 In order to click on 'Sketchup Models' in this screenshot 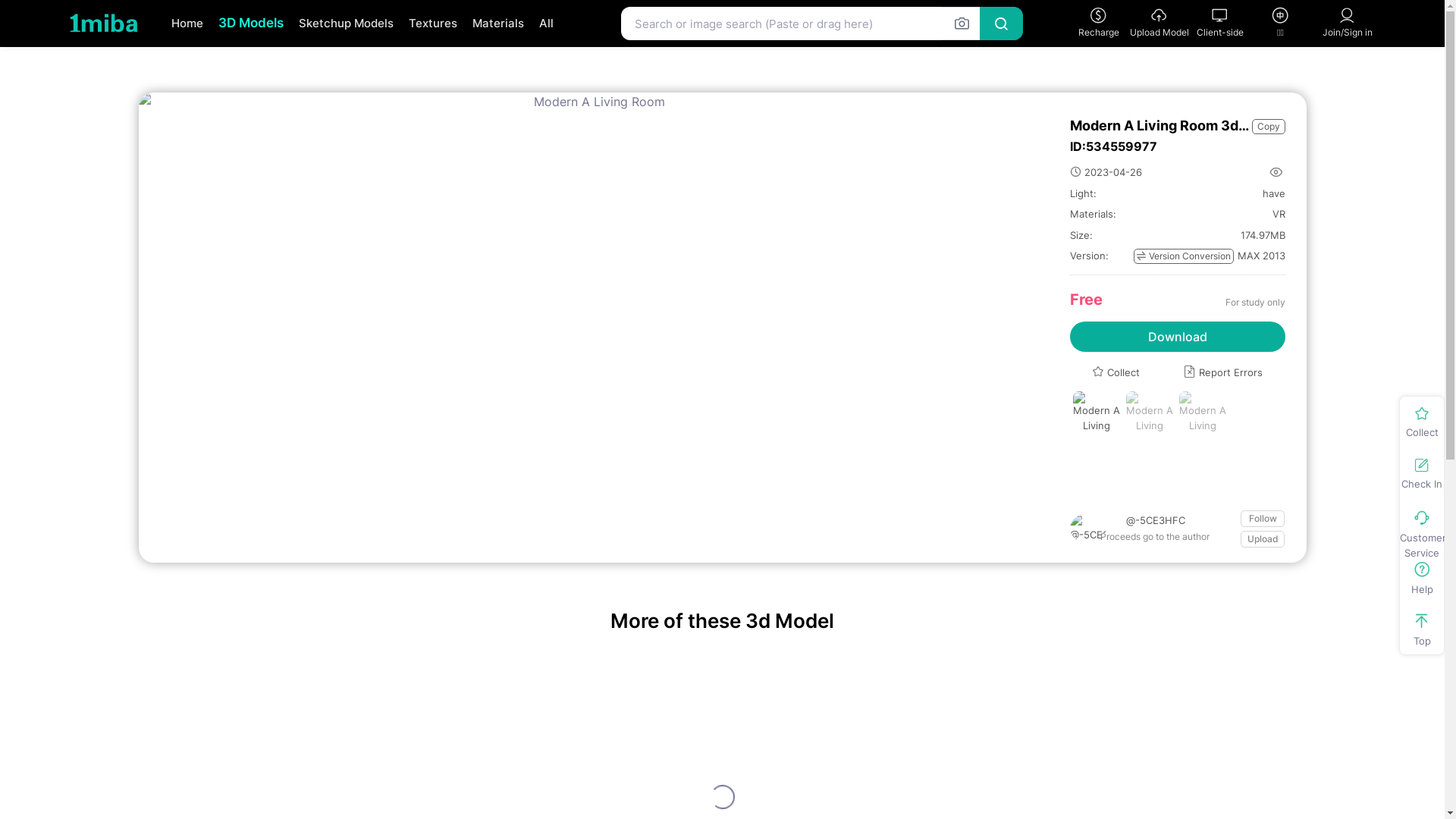, I will do `click(345, 24)`.